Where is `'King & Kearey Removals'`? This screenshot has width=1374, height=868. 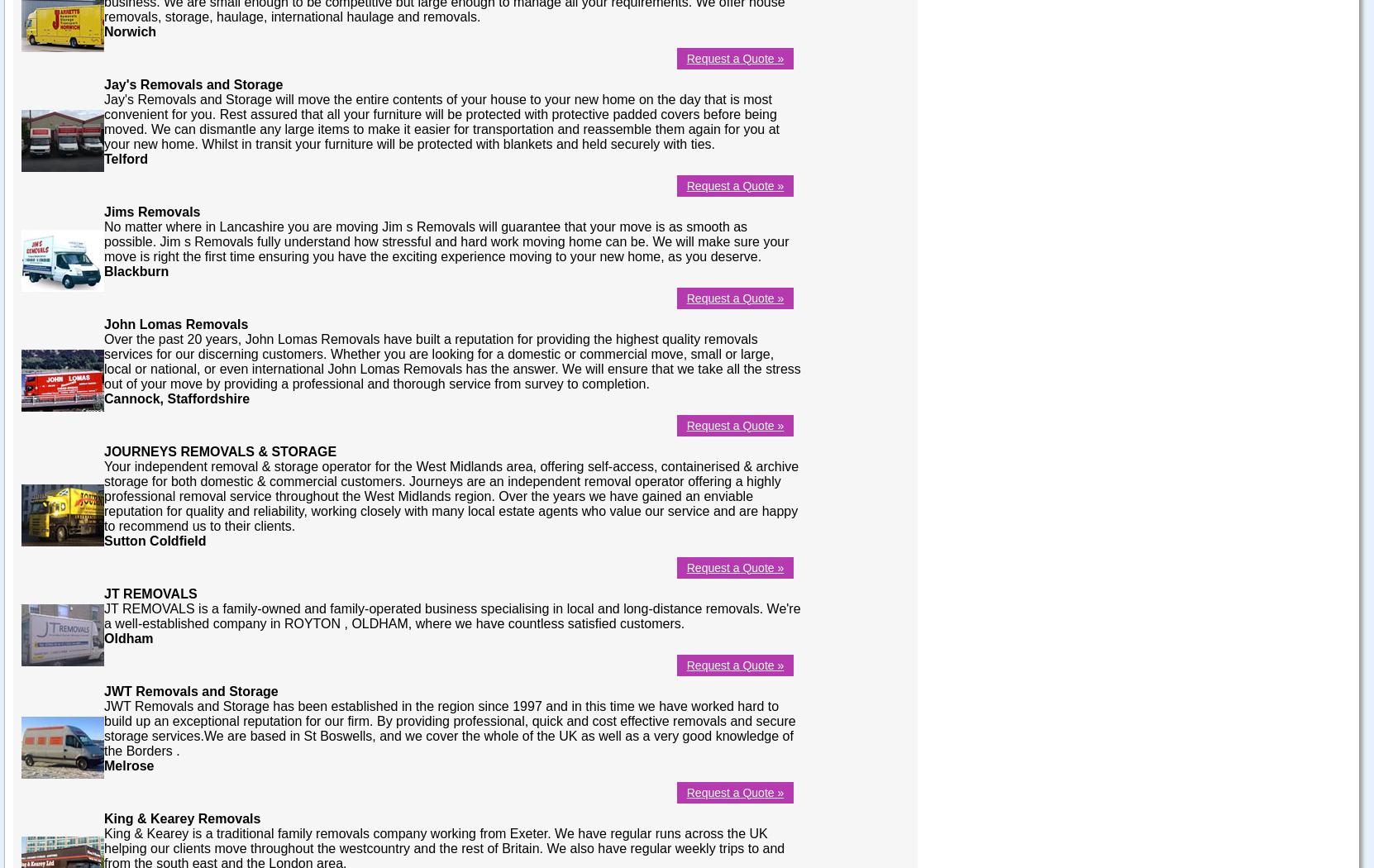
'King & Kearey Removals' is located at coordinates (181, 818).